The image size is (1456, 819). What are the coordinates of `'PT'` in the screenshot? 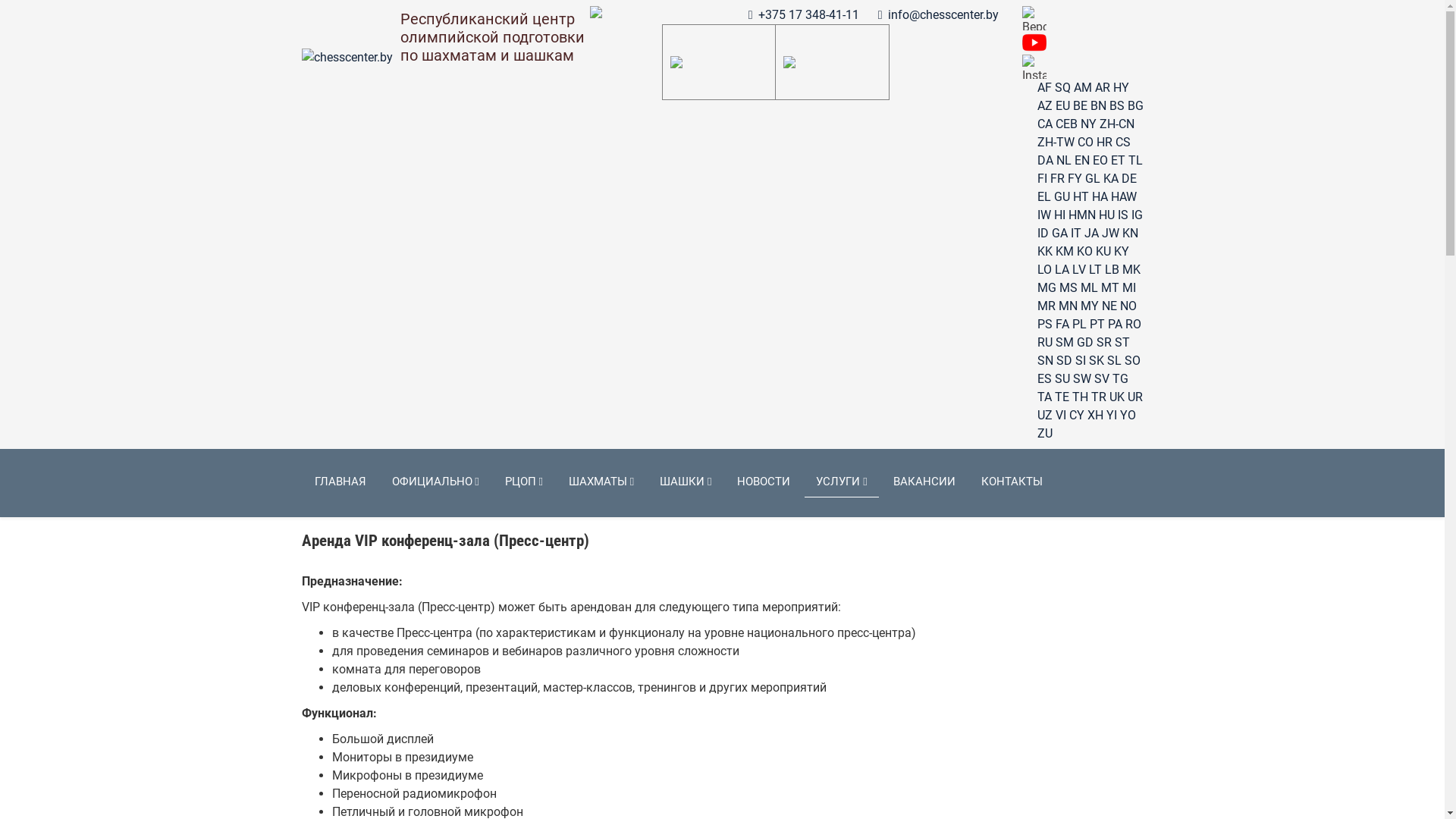 It's located at (1096, 323).